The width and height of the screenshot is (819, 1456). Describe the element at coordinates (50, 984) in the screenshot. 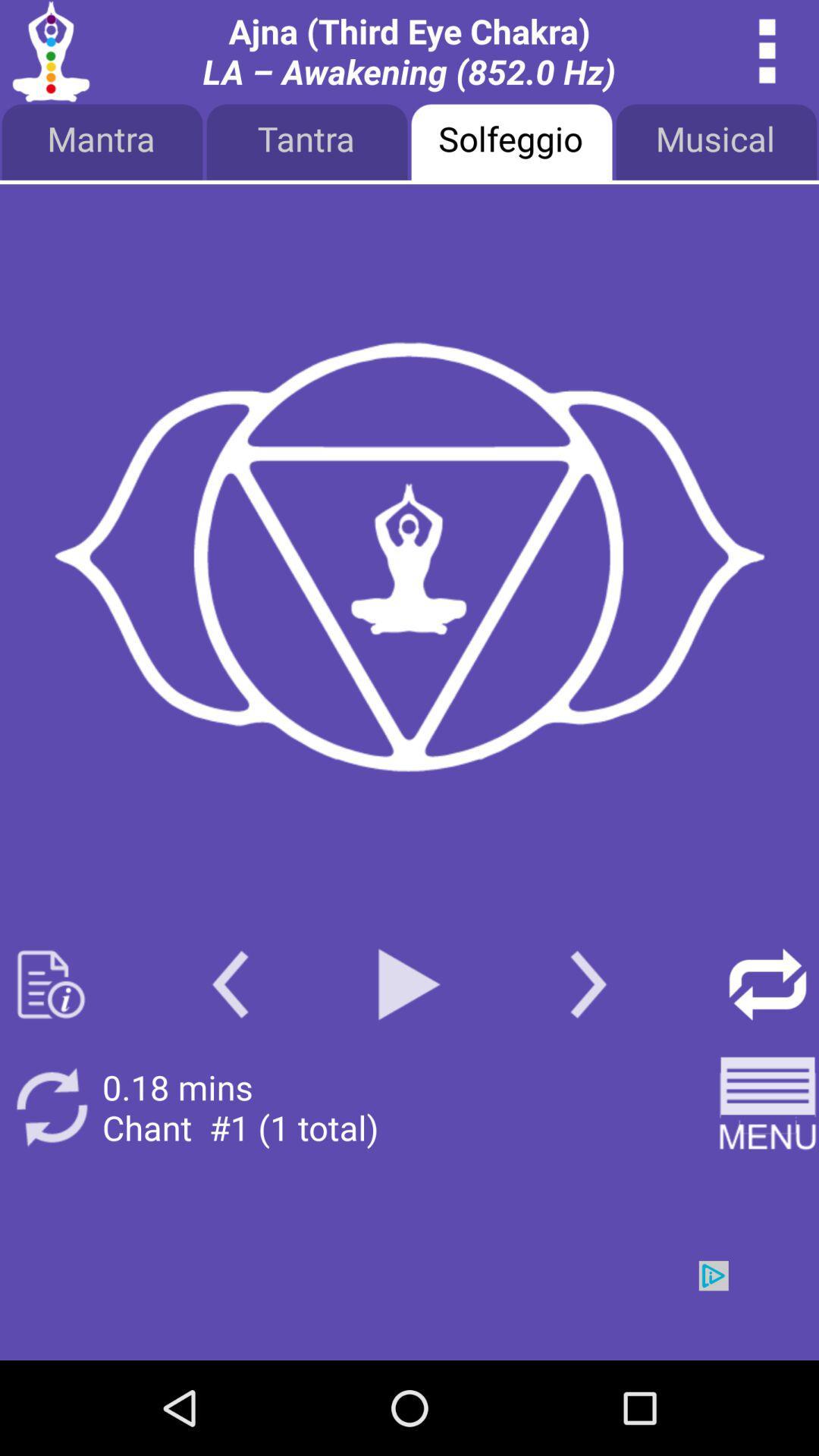

I see `open info tab` at that location.